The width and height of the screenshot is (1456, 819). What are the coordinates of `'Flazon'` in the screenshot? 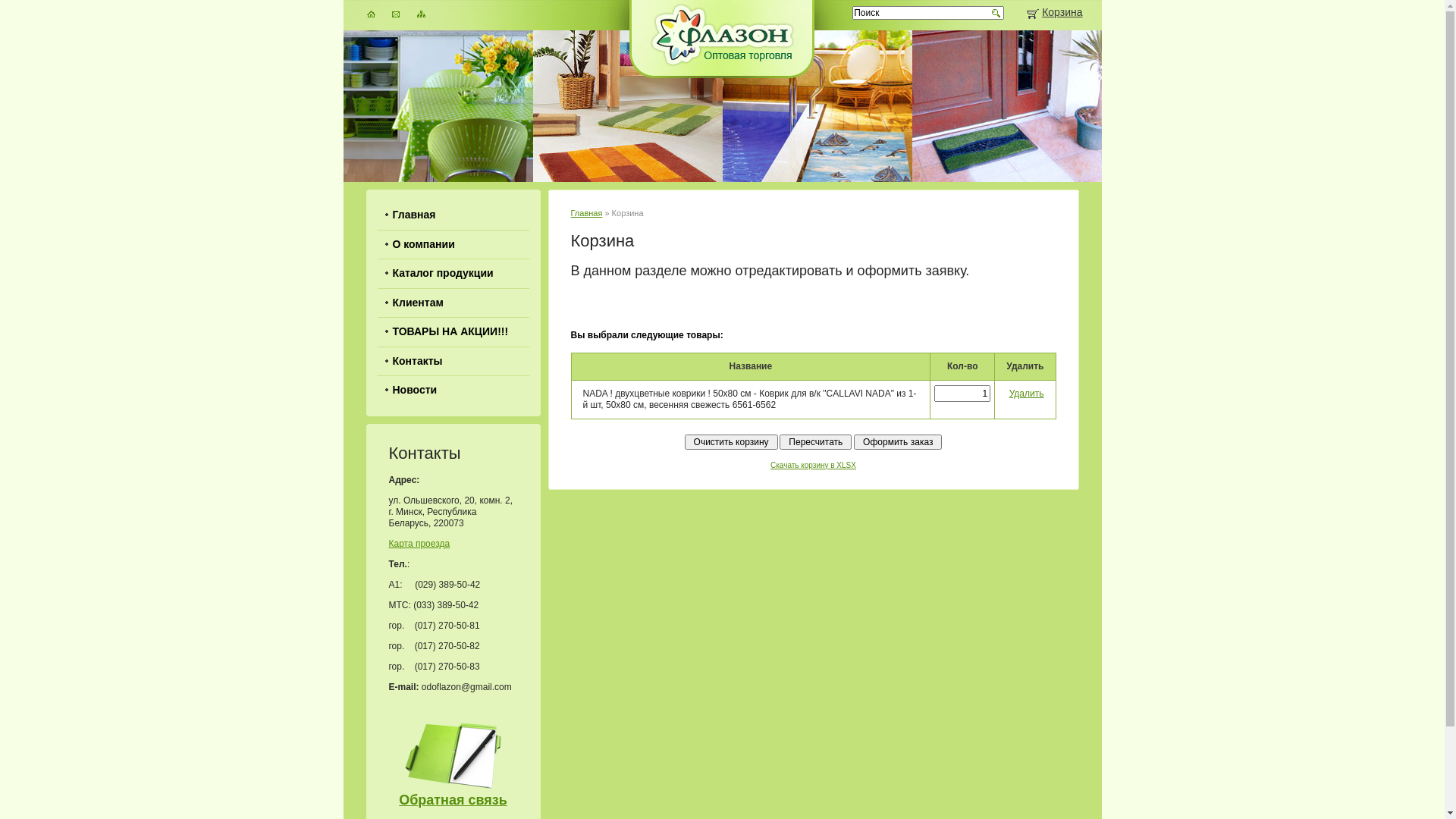 It's located at (722, 61).